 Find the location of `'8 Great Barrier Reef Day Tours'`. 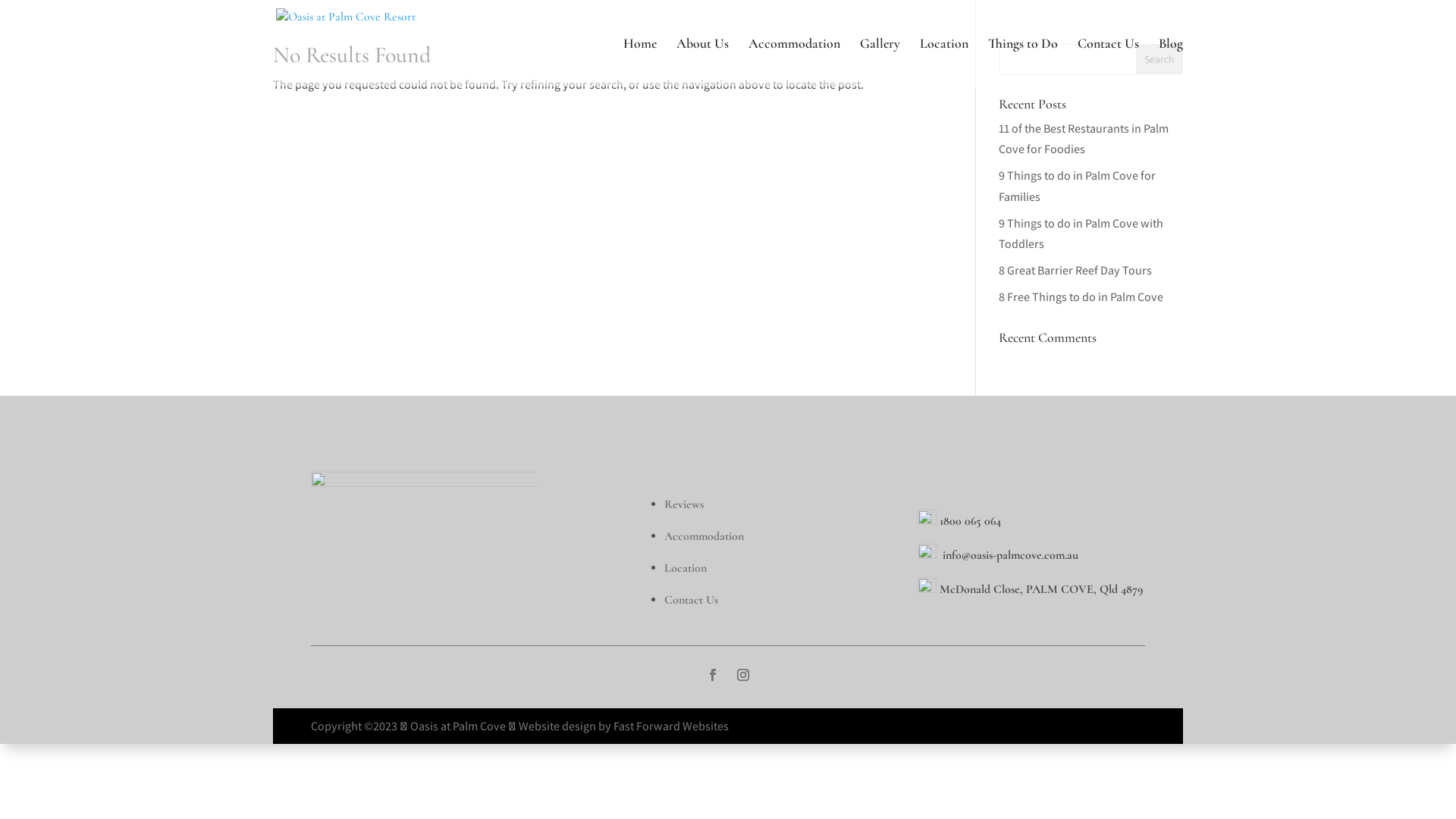

'8 Great Barrier Reef Day Tours' is located at coordinates (1074, 269).